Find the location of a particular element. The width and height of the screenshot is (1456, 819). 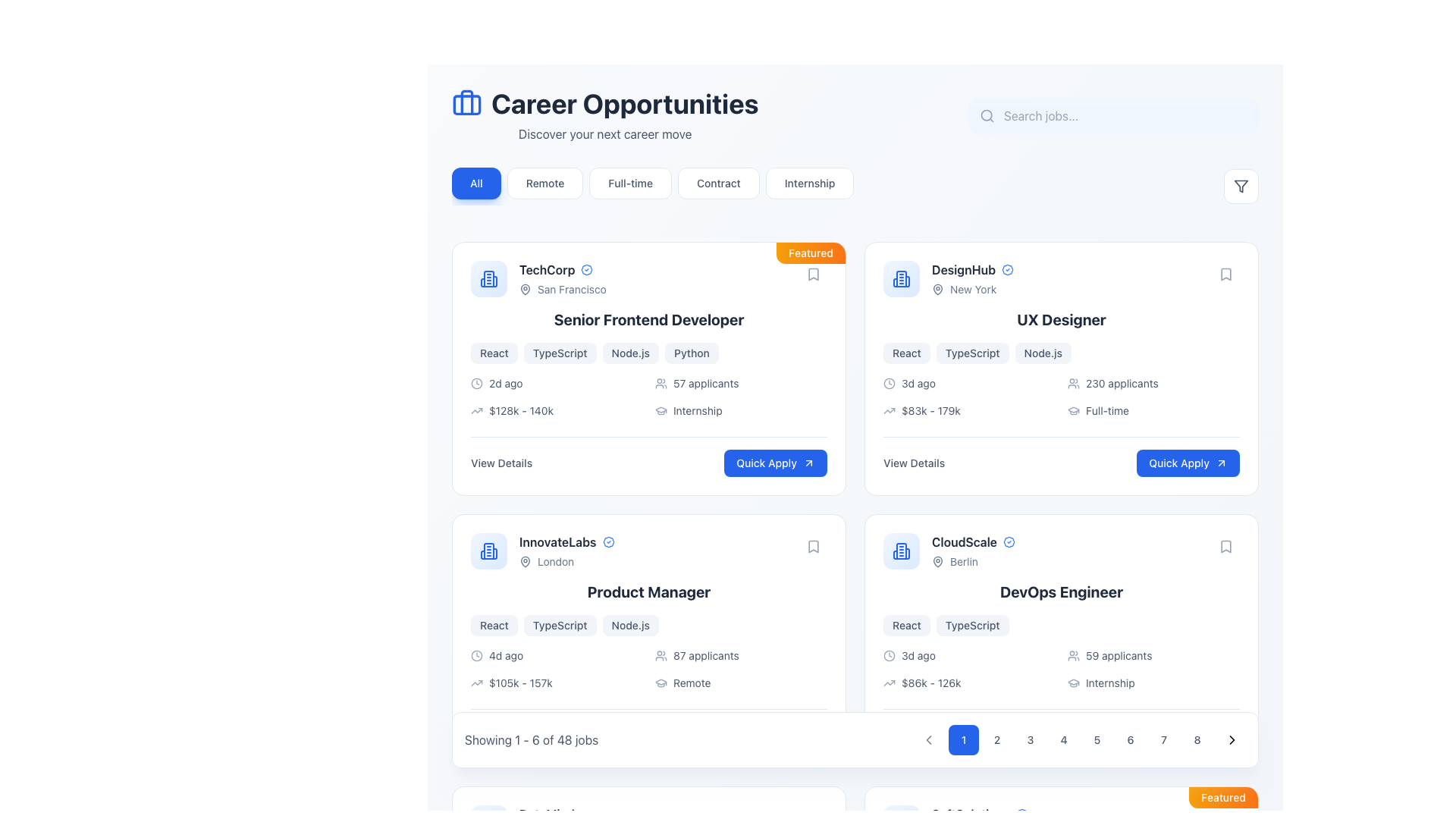

the job posting card for the 'Product Manager' position at InnovateLabs is located at coordinates (648, 640).